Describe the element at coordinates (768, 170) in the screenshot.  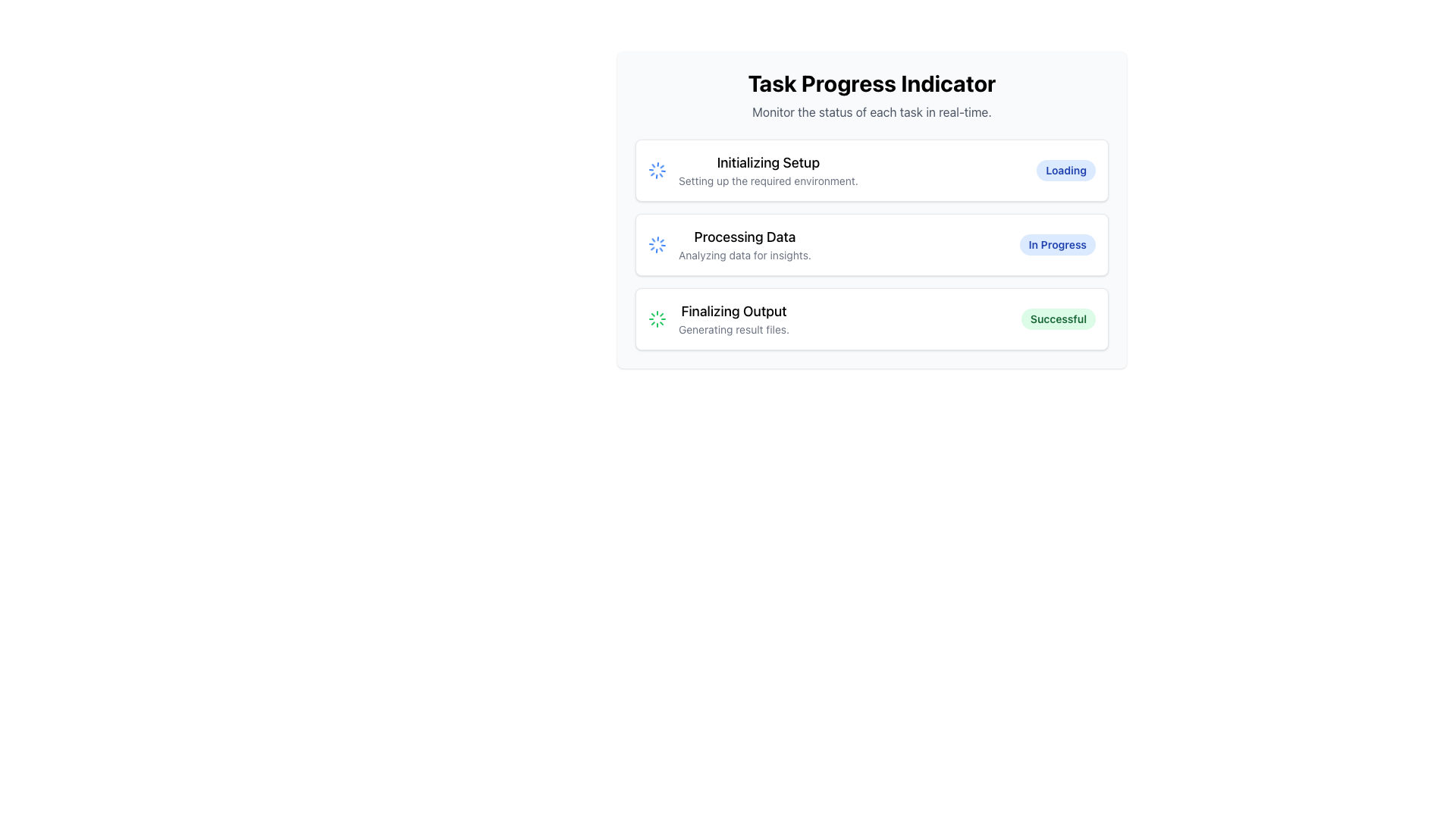
I see `textual content displayed in the title and description area of the progress tracker interface, located above the 'Loading' status label and to the right of the spinning loader icon` at that location.